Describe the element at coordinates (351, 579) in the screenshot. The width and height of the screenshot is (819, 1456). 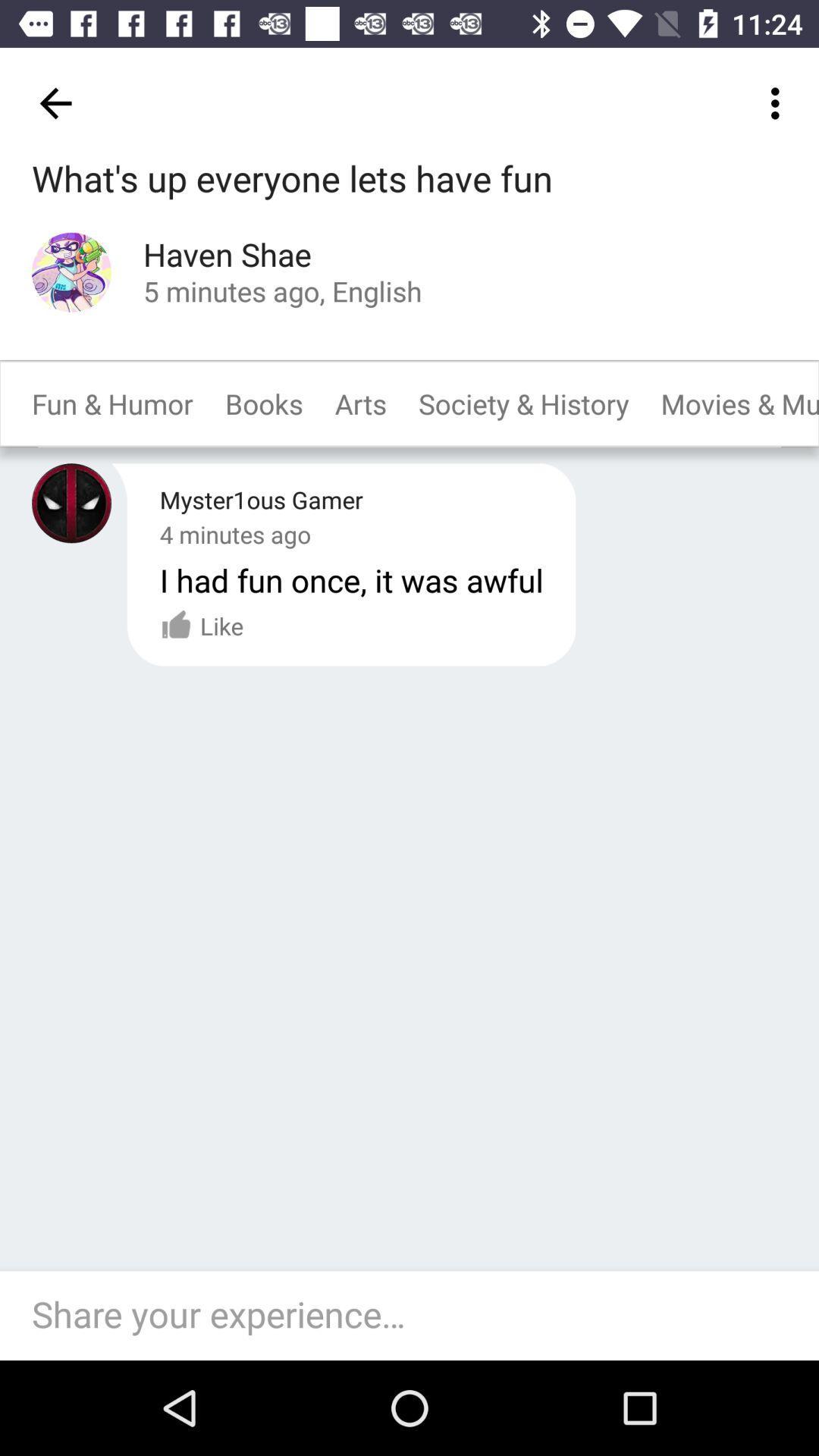
I see `the i had fun` at that location.